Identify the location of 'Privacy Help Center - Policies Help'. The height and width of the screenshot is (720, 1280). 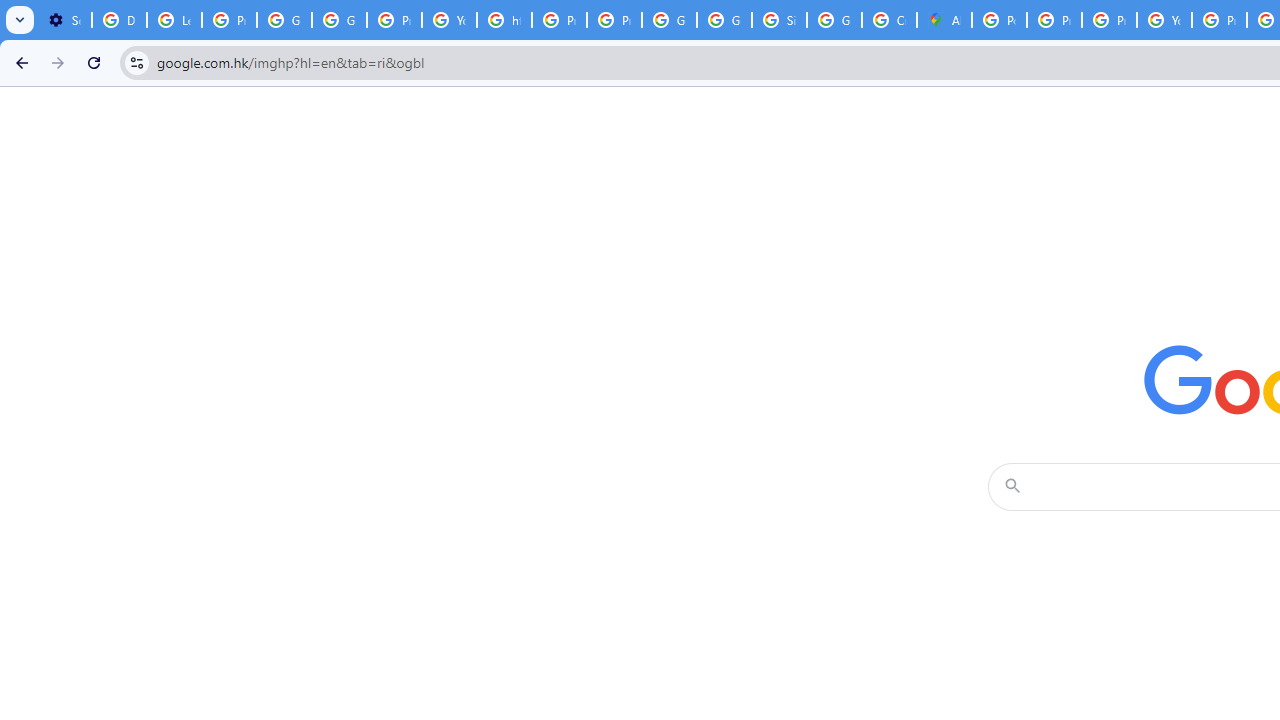
(1053, 20).